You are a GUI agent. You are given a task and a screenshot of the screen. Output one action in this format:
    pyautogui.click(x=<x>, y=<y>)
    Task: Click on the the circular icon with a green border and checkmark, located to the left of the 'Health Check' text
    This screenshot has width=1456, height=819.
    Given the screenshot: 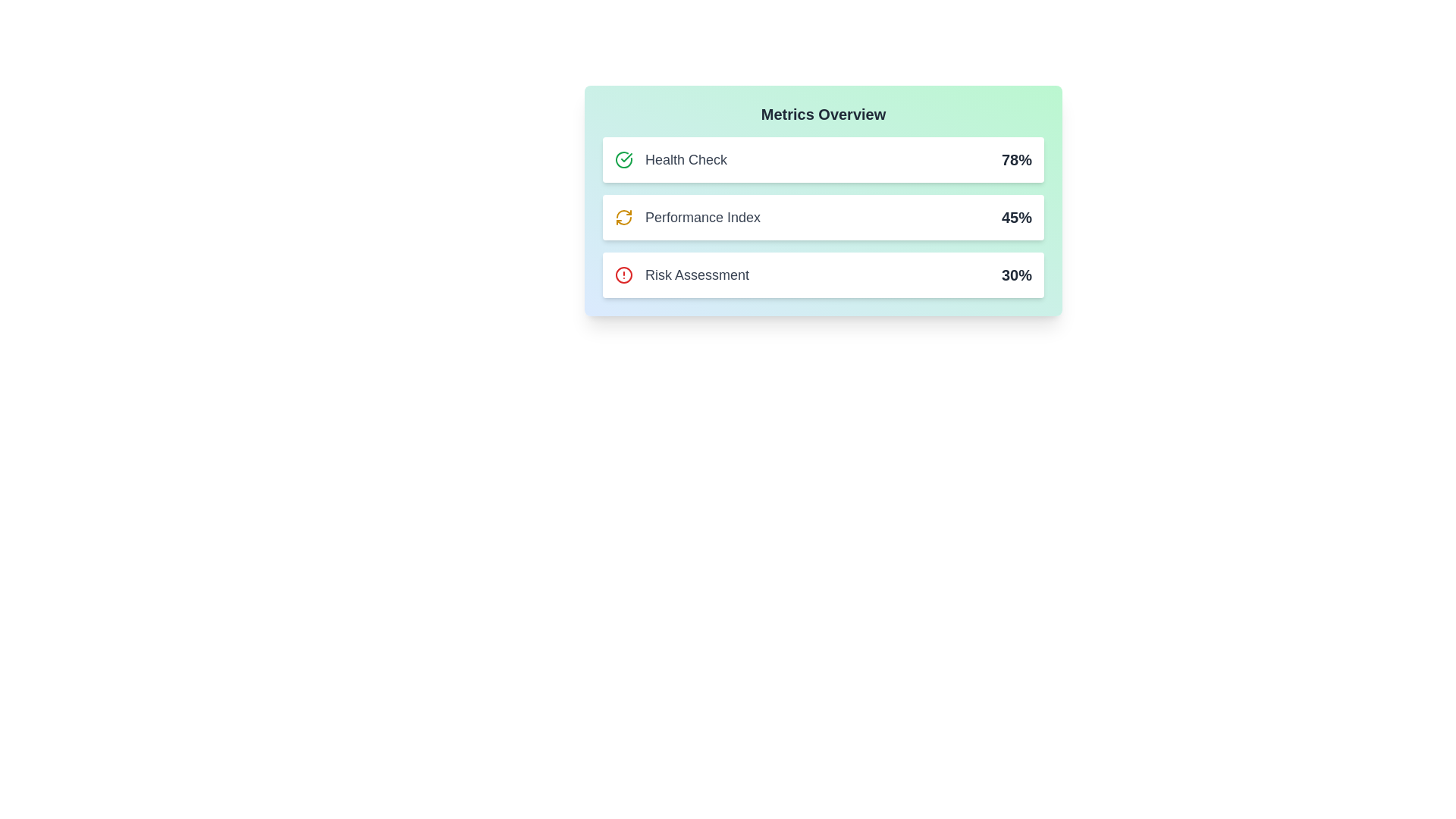 What is the action you would take?
    pyautogui.click(x=623, y=160)
    